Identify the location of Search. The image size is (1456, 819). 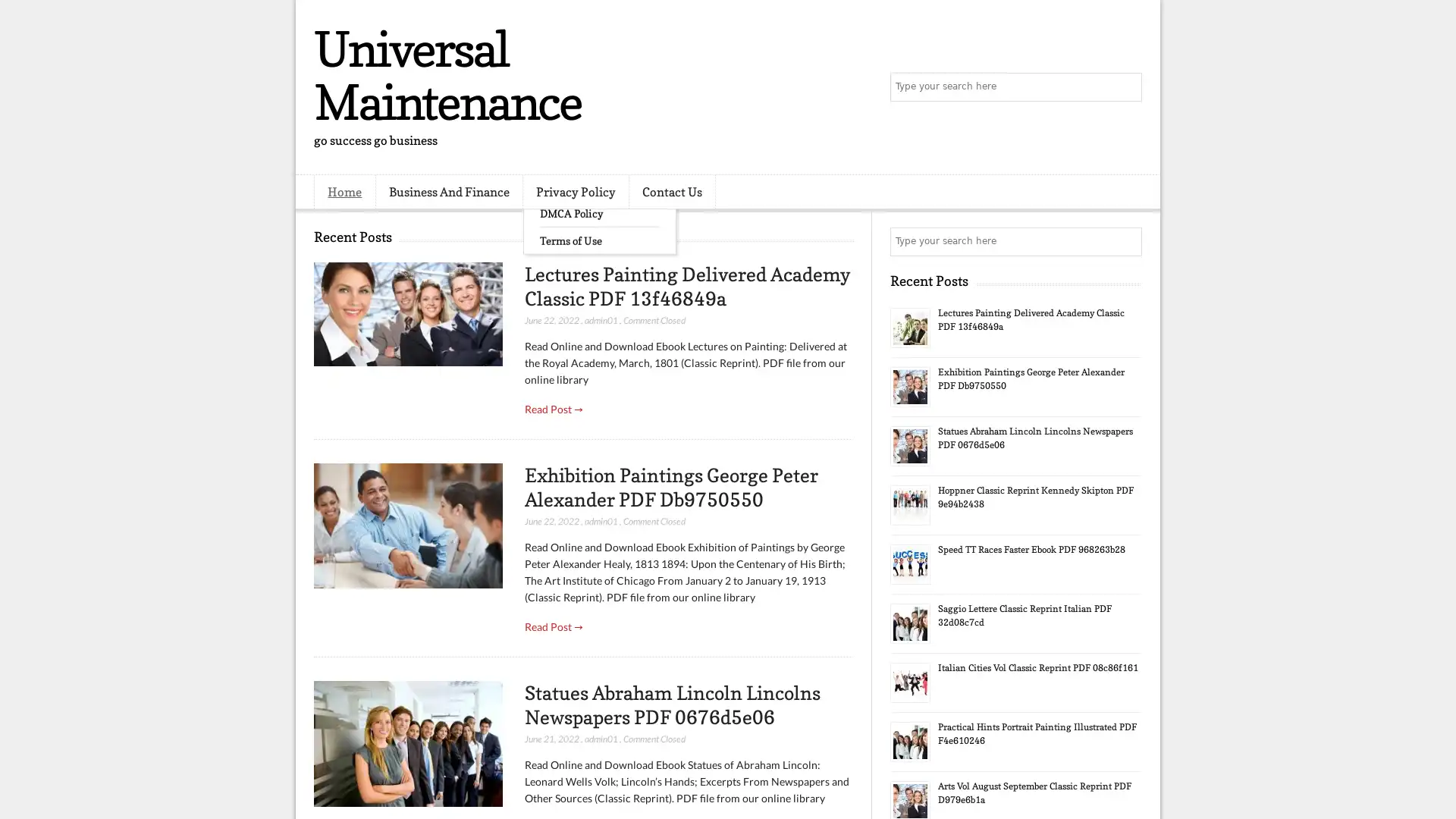
(1126, 241).